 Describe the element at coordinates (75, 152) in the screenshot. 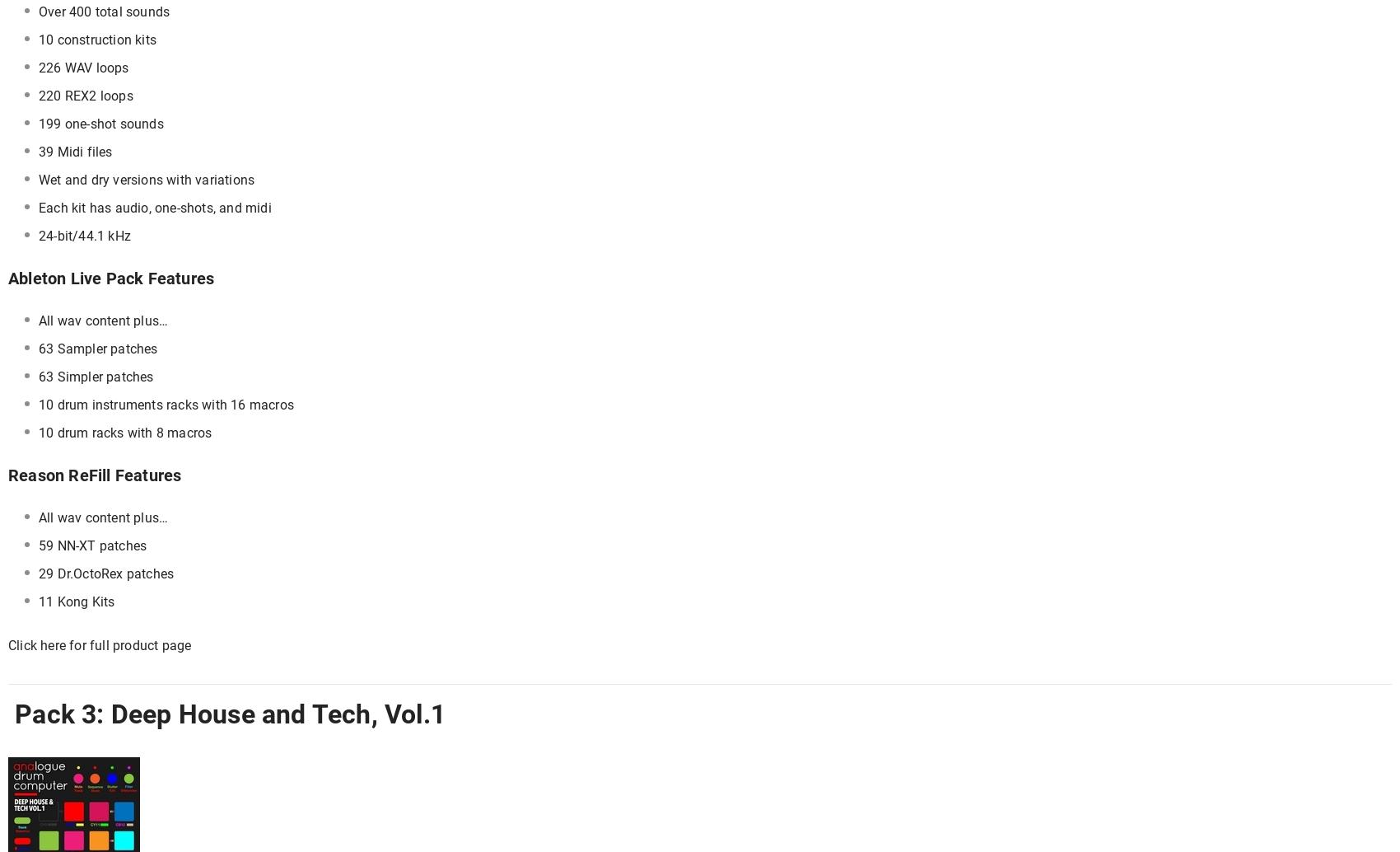

I see `'39 Midi files'` at that location.